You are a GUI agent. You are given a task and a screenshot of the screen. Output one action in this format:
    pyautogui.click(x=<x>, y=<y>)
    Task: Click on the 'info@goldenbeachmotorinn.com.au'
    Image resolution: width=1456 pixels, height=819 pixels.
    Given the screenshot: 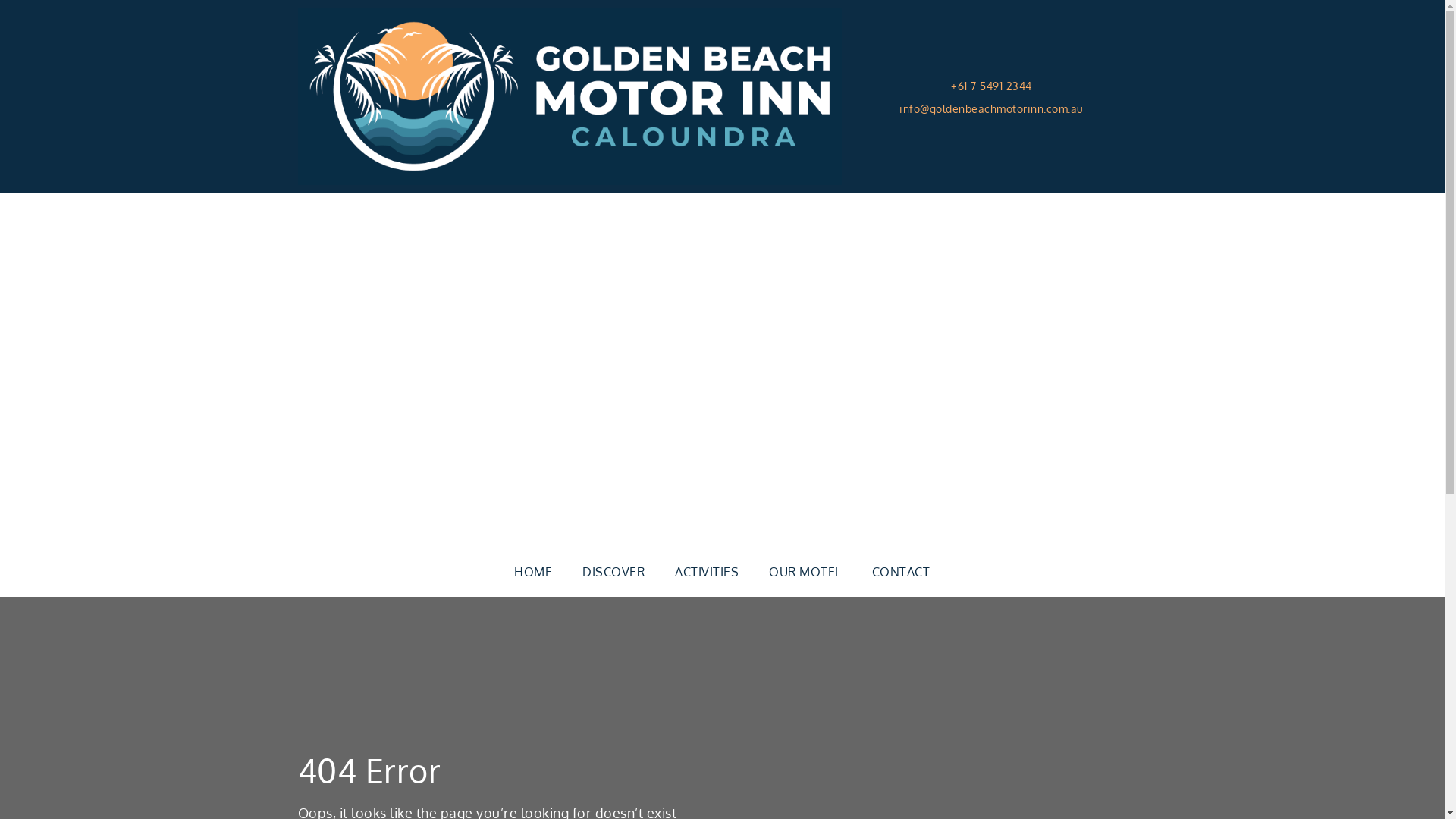 What is the action you would take?
    pyautogui.click(x=899, y=107)
    